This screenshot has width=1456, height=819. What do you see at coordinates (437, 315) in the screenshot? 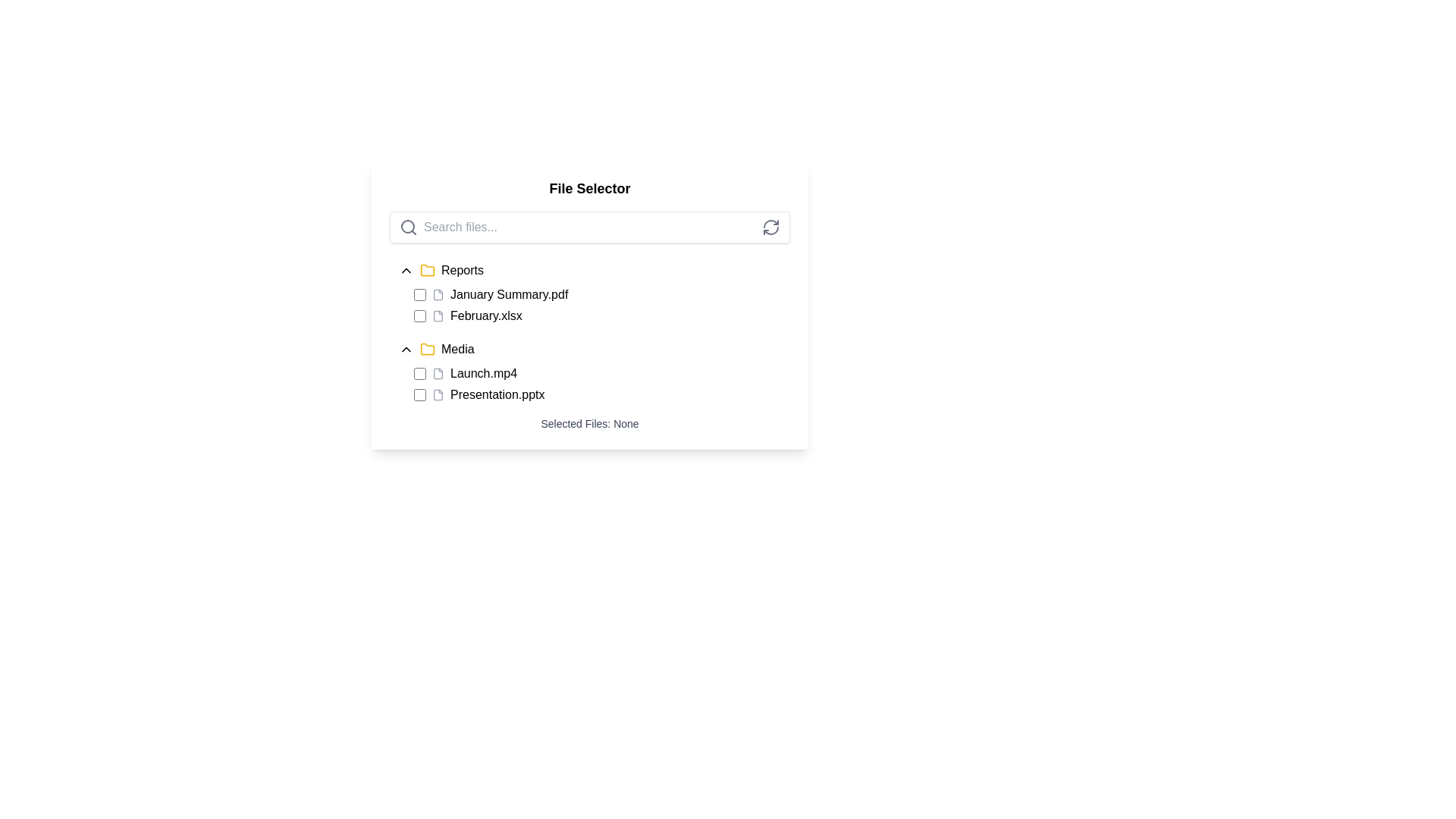
I see `the file icon representing 'February.xlsx'` at bounding box center [437, 315].